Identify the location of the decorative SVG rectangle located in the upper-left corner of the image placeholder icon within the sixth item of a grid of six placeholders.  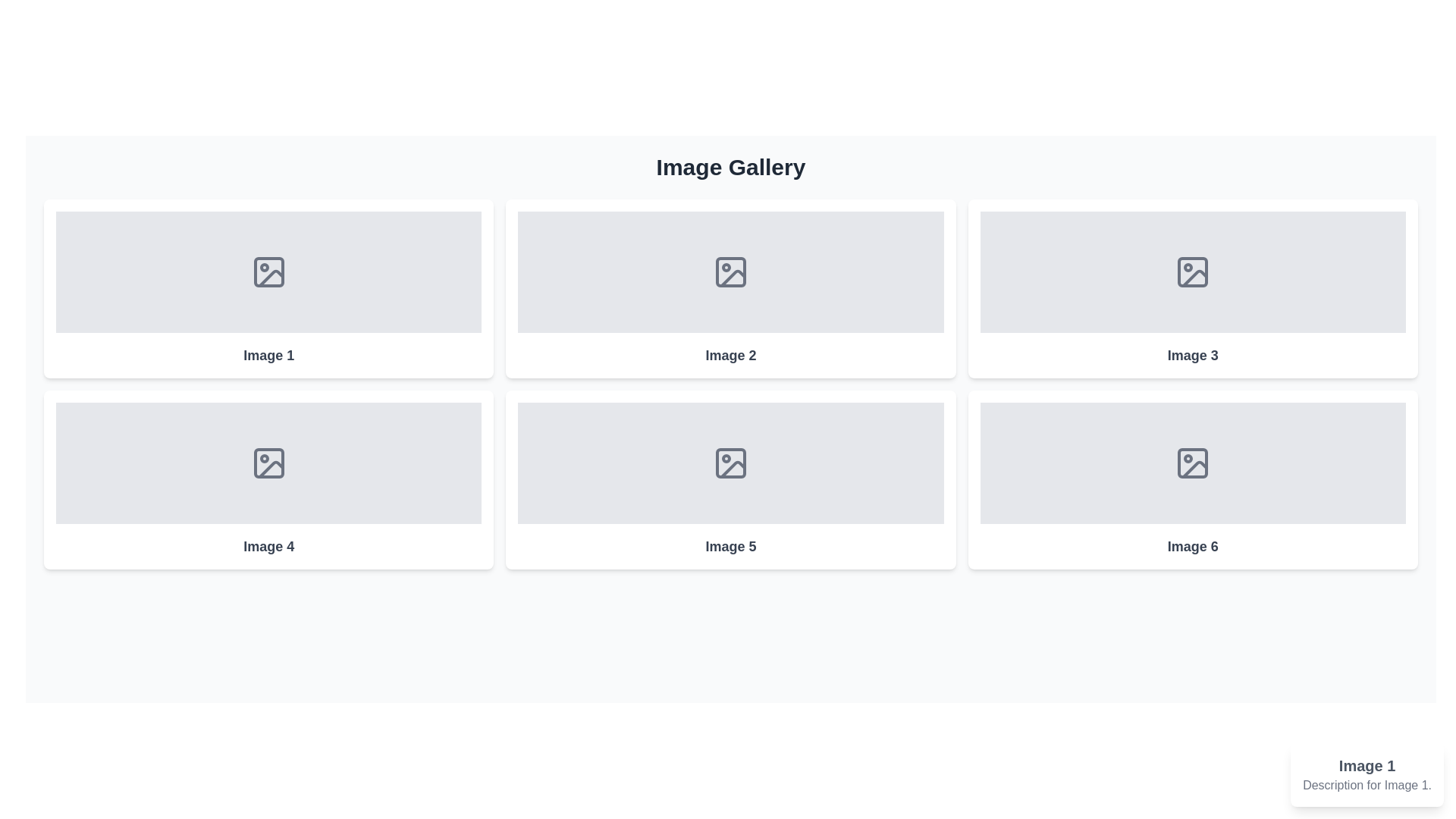
(1192, 462).